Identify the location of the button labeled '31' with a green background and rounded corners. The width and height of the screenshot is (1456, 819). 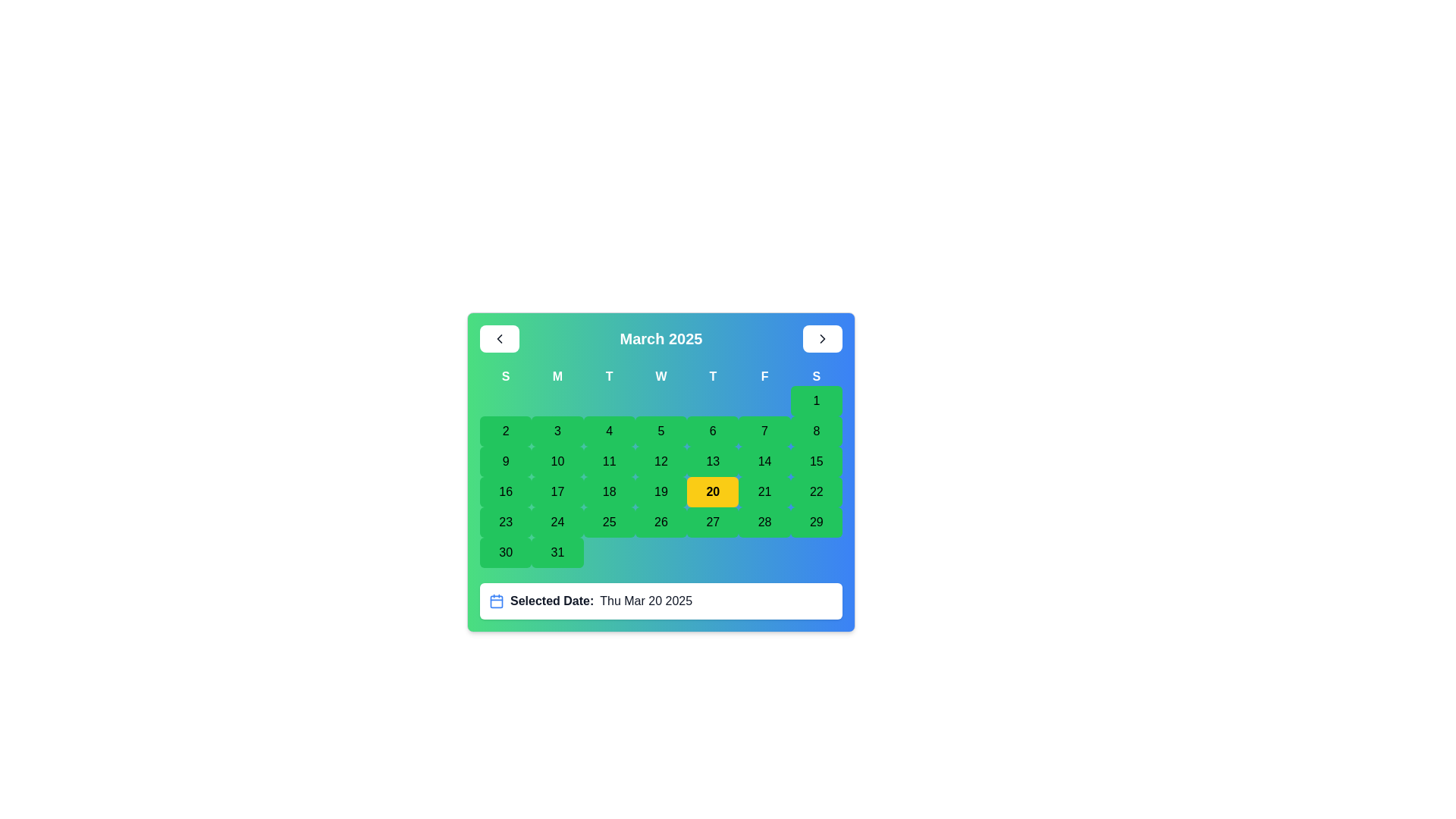
(557, 553).